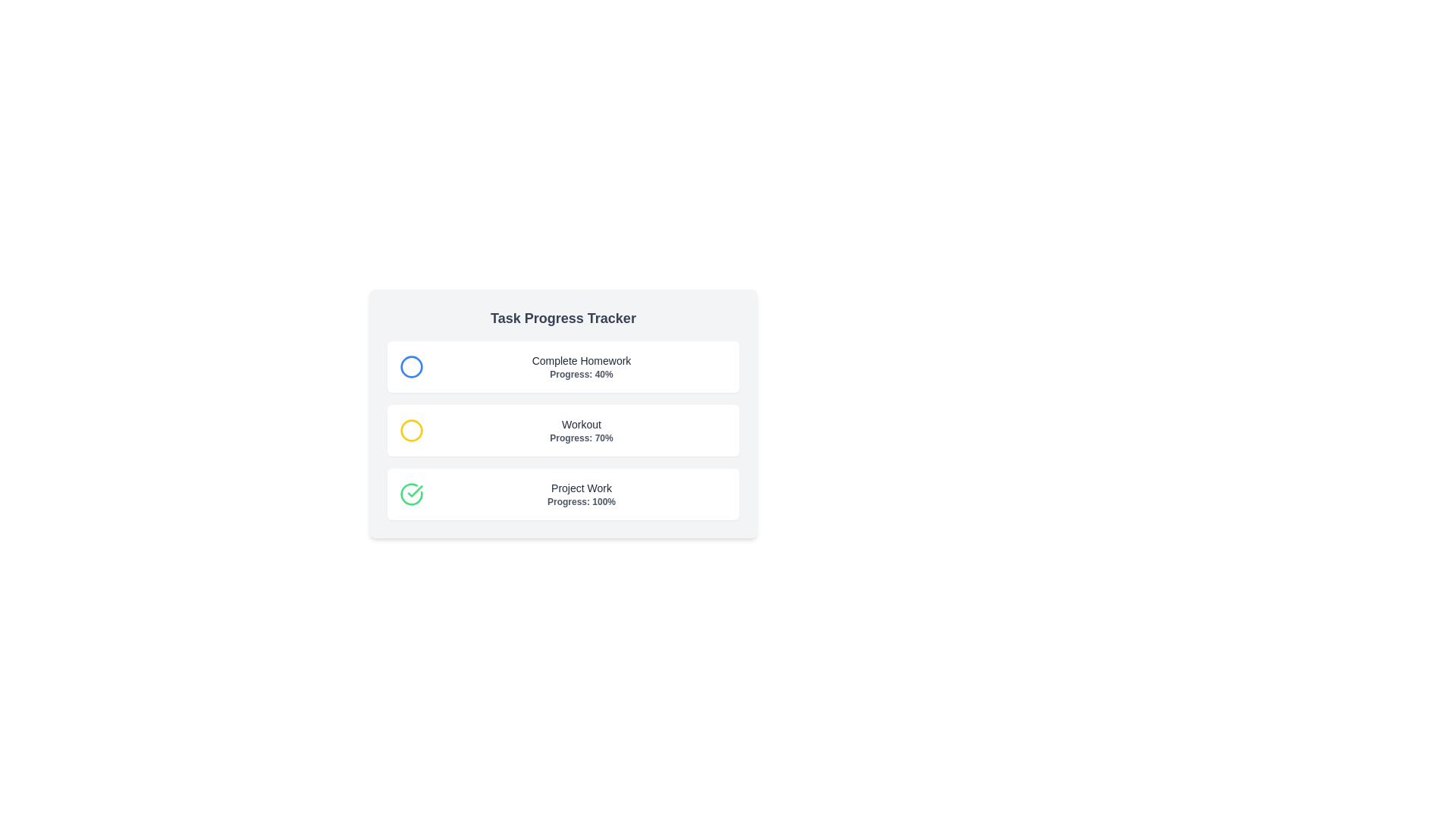 The height and width of the screenshot is (819, 1456). What do you see at coordinates (411, 430) in the screenshot?
I see `the small circular graphic with a yellow border located in the second row of the task list, centered on the 'Workout' item` at bounding box center [411, 430].